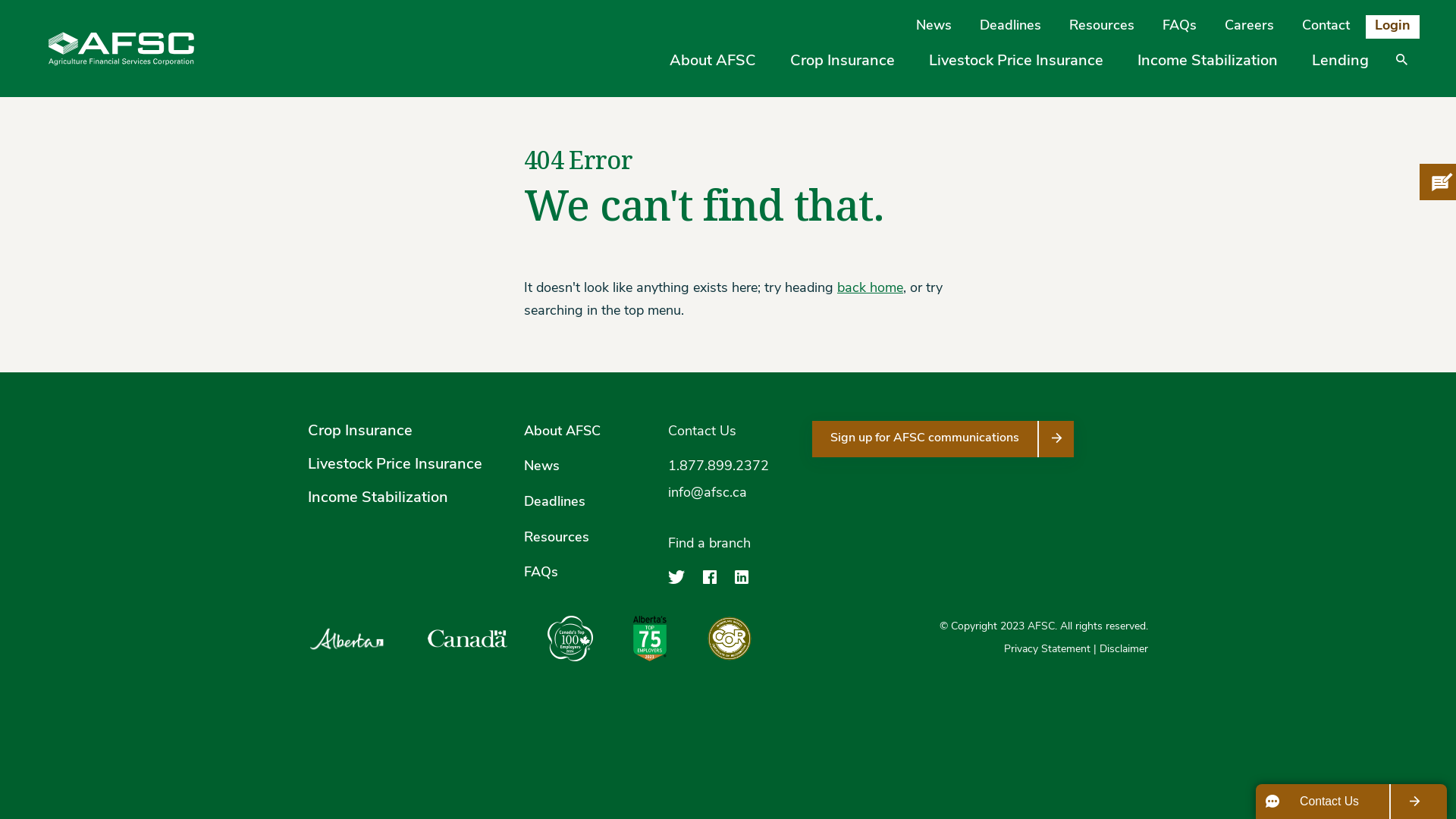 The image size is (1456, 819). Describe the element at coordinates (942, 438) in the screenshot. I see `'Sign up for AFSC communications'` at that location.